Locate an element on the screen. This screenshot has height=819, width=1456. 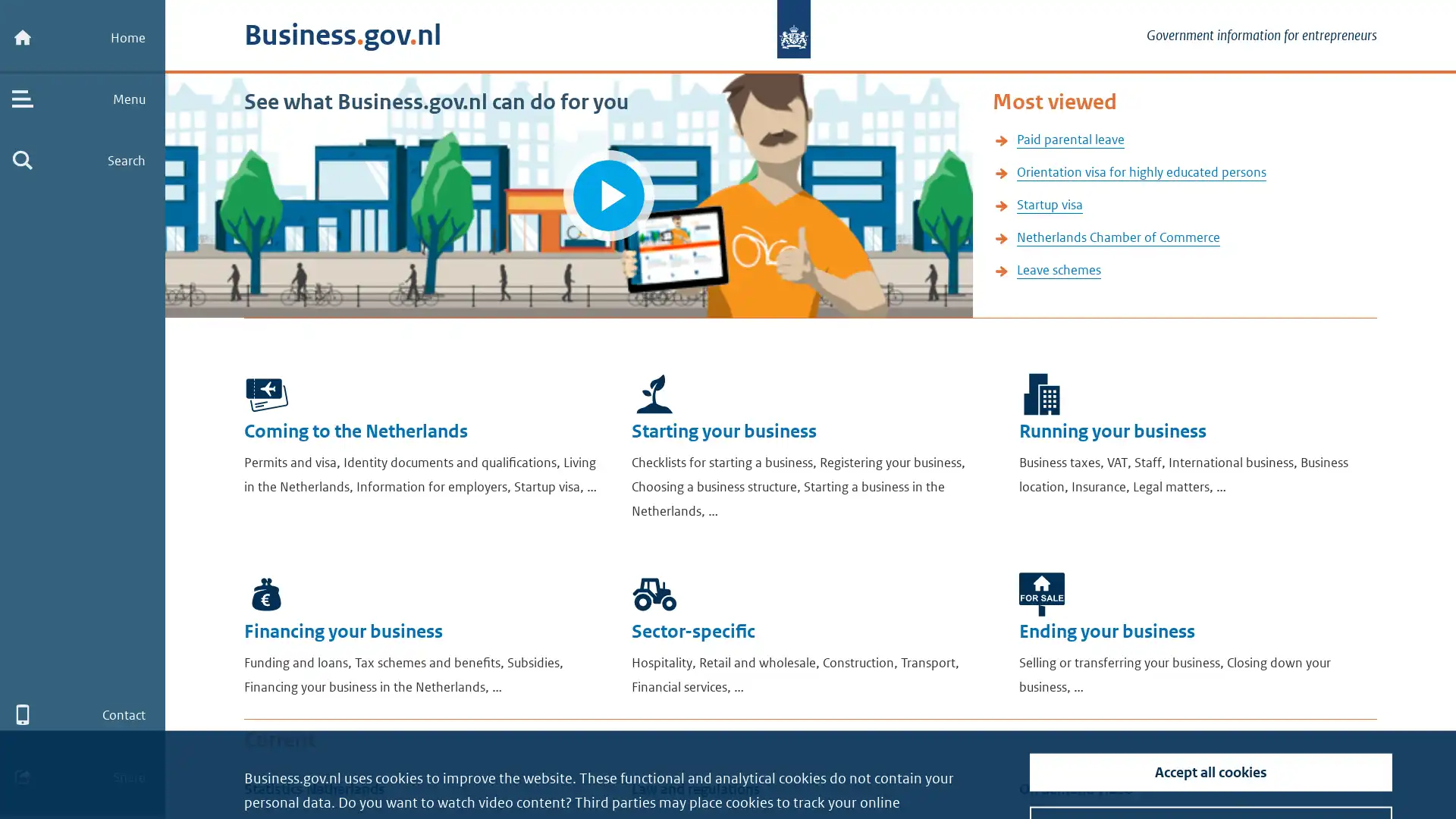
Accept all cookies is located at coordinates (1210, 716).